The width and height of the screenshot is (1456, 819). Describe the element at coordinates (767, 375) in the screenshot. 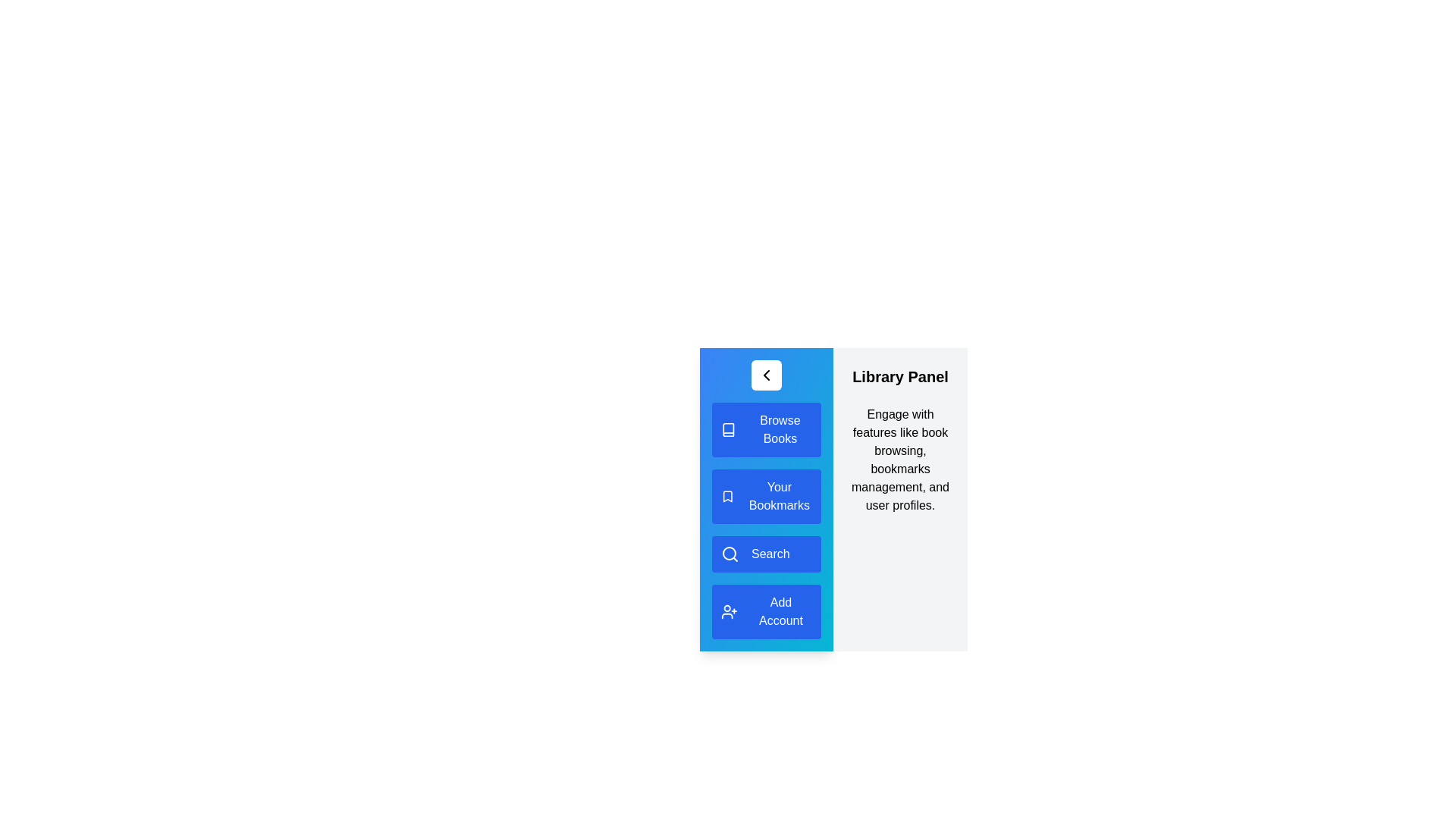

I see `the toggle button to toggle the drawer's state` at that location.